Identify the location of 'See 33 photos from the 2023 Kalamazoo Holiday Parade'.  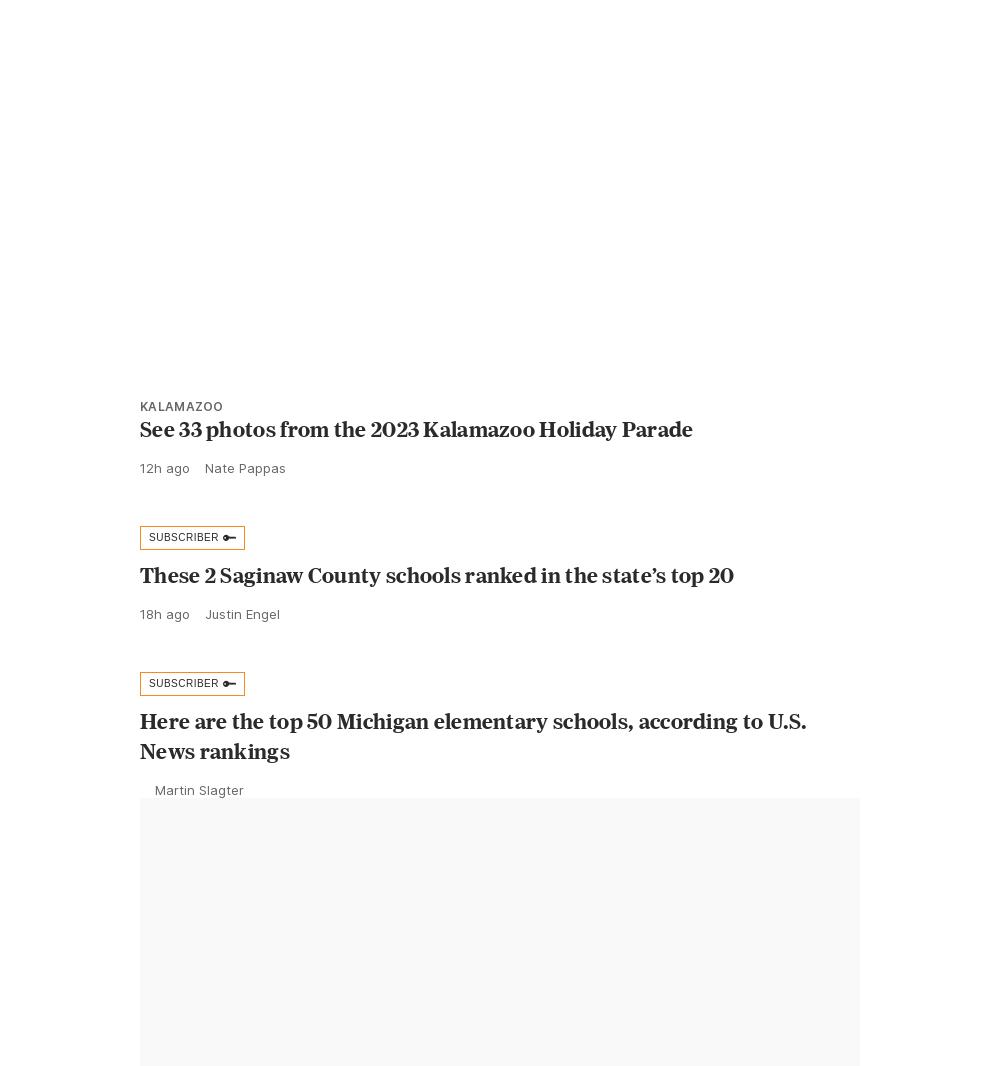
(416, 472).